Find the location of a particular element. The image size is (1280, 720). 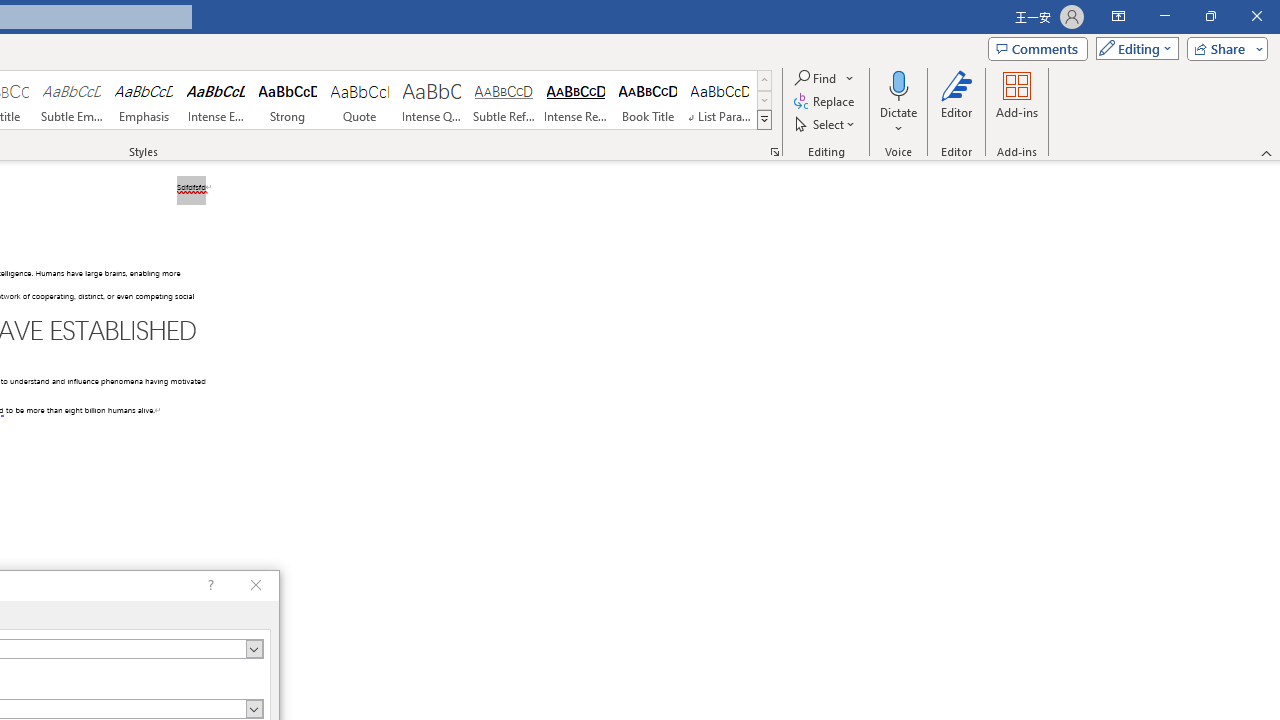

'Collapse the Ribbon' is located at coordinates (1266, 152).